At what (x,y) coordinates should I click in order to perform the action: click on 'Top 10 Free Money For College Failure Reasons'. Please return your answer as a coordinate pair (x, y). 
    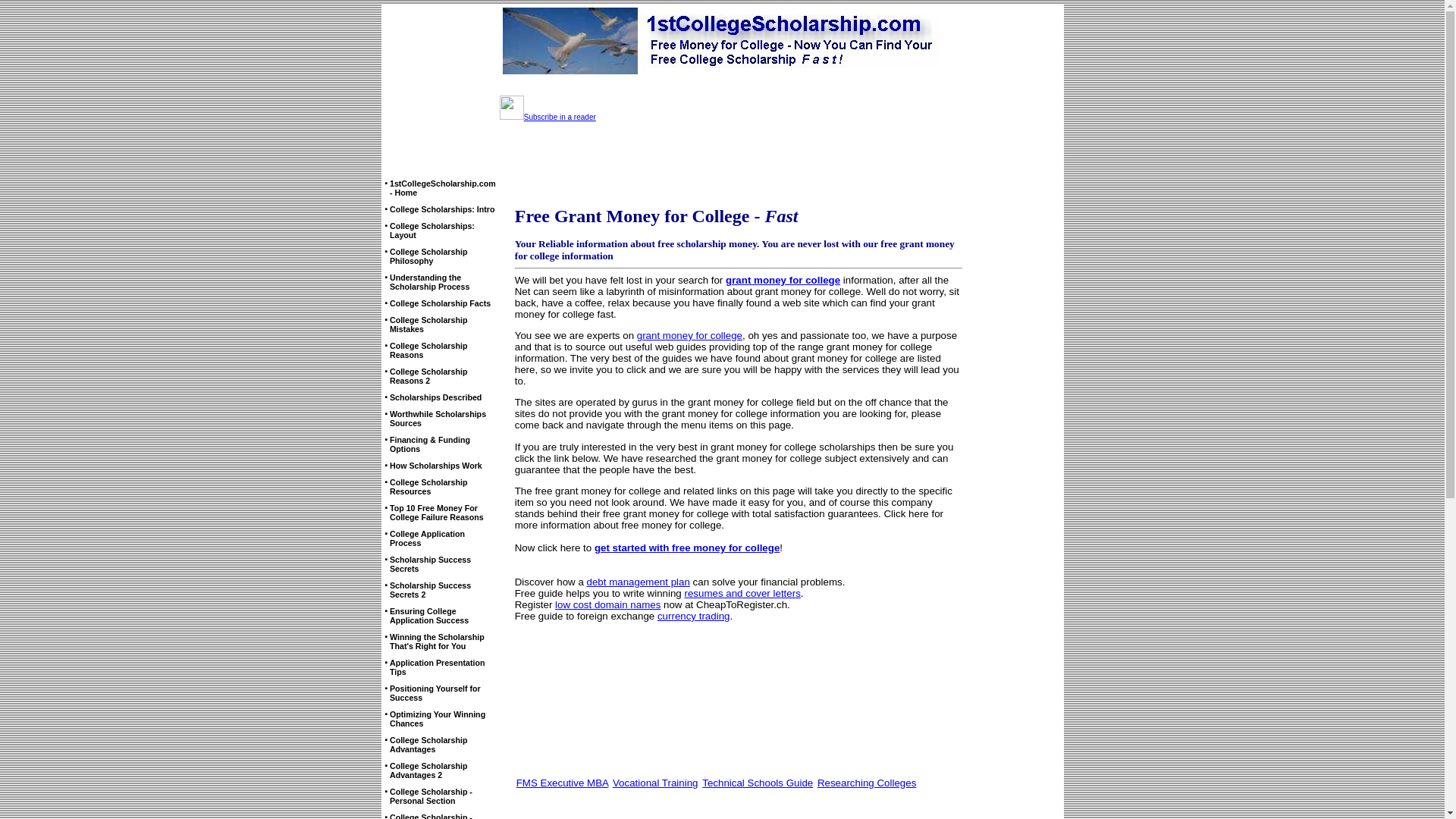
    Looking at the image, I should click on (436, 512).